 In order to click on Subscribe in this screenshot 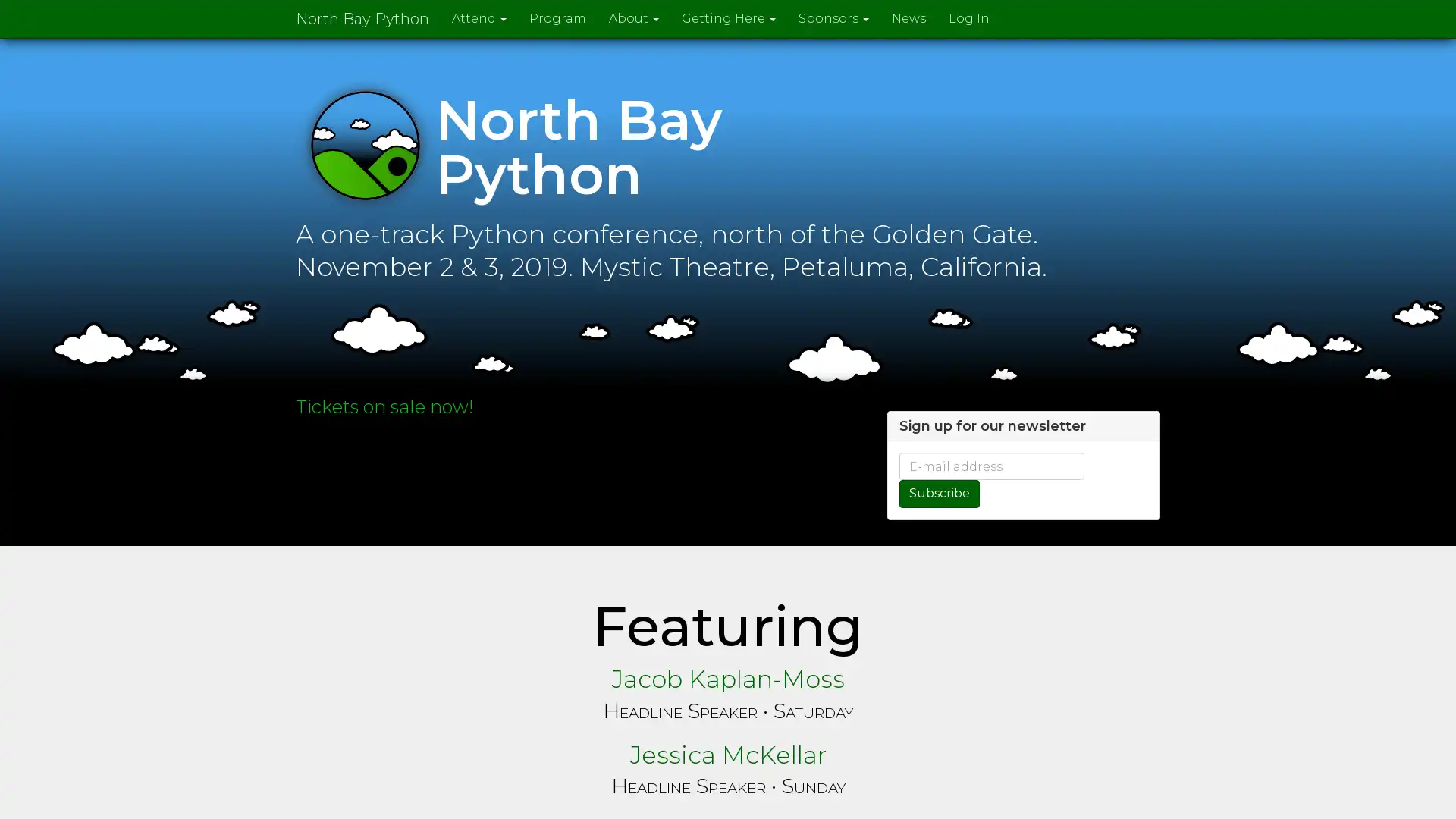, I will do `click(938, 494)`.